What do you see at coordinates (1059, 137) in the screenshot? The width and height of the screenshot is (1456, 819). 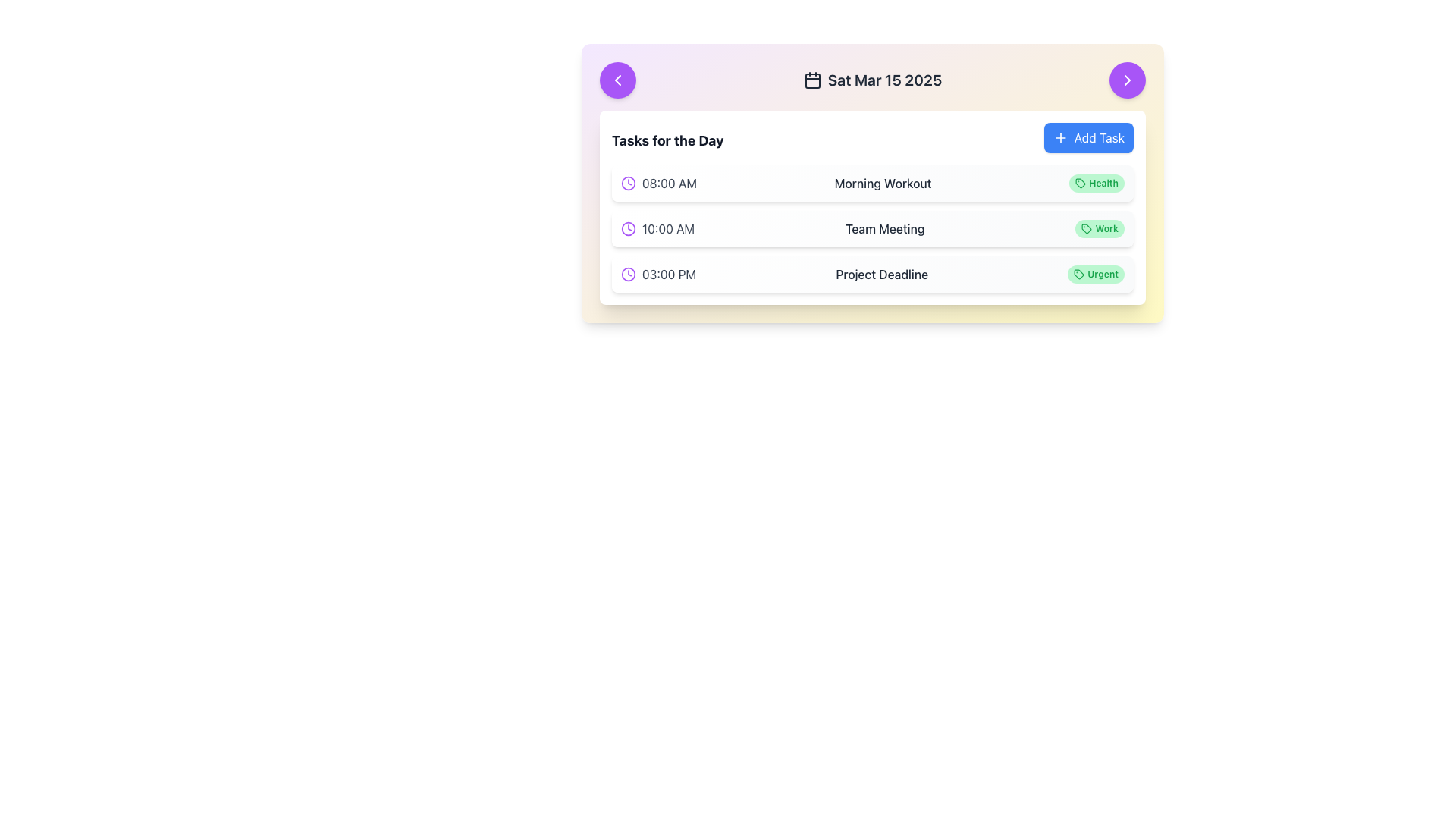 I see `the '+' icon located at the left edge of the blue 'Add Task' button in the top-right corner of the daily tasks card` at bounding box center [1059, 137].